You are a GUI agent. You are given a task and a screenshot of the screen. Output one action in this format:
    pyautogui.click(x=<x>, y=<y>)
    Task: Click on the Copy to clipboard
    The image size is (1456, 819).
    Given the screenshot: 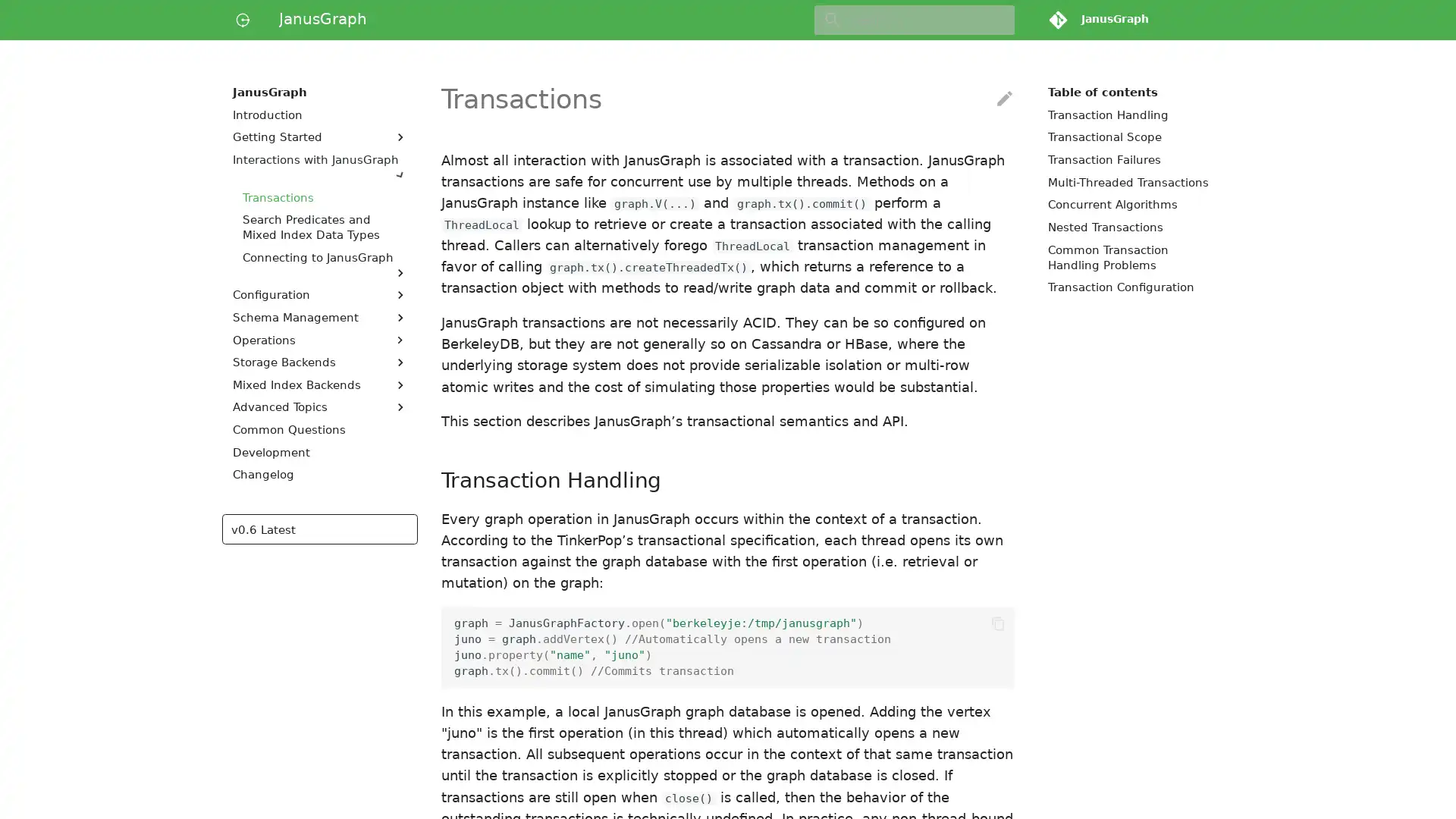 What is the action you would take?
    pyautogui.click(x=997, y=623)
    